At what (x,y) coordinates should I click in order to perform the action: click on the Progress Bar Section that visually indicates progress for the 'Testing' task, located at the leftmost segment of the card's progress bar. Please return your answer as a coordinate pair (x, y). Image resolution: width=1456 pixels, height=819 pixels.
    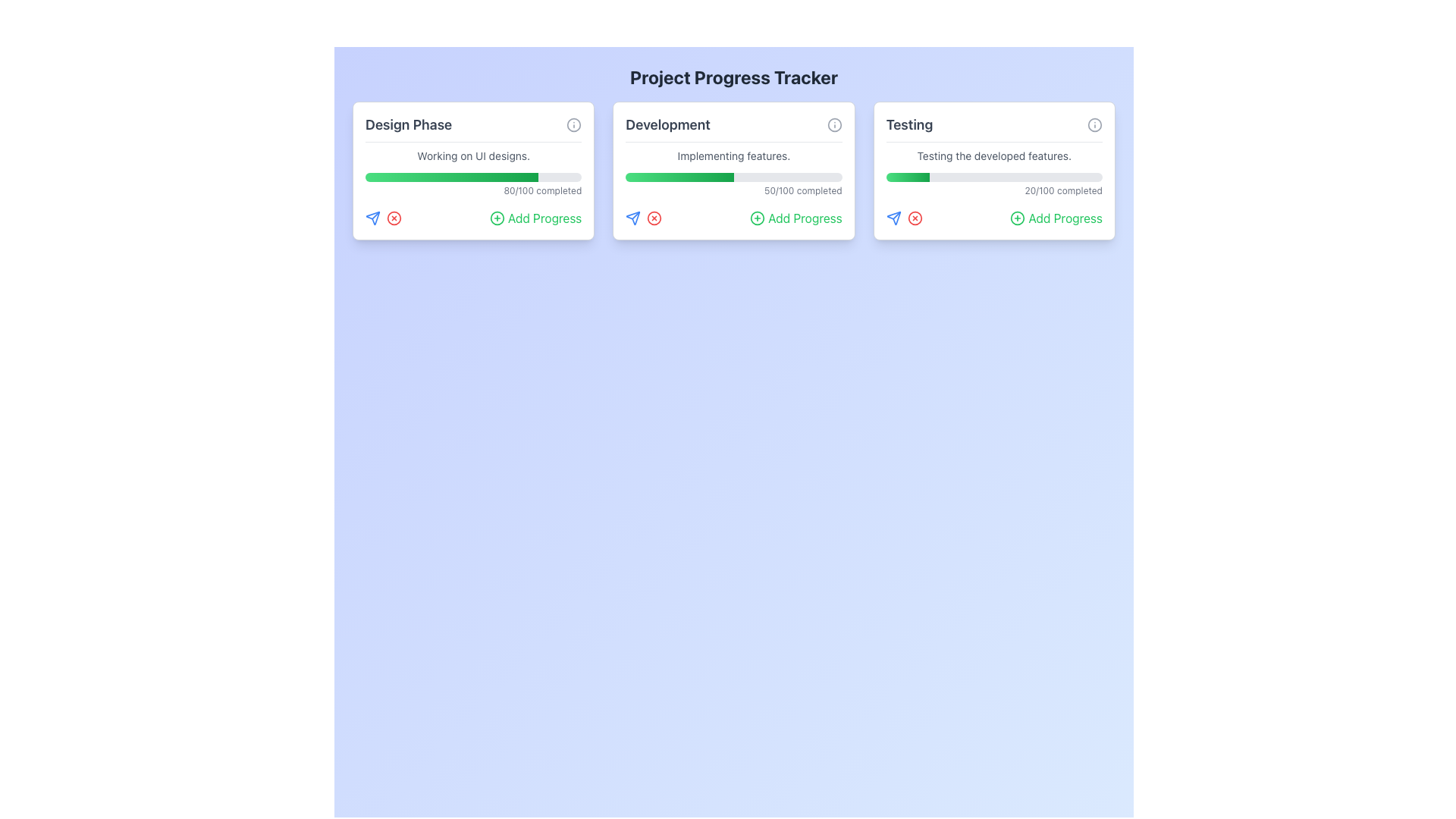
    Looking at the image, I should click on (908, 177).